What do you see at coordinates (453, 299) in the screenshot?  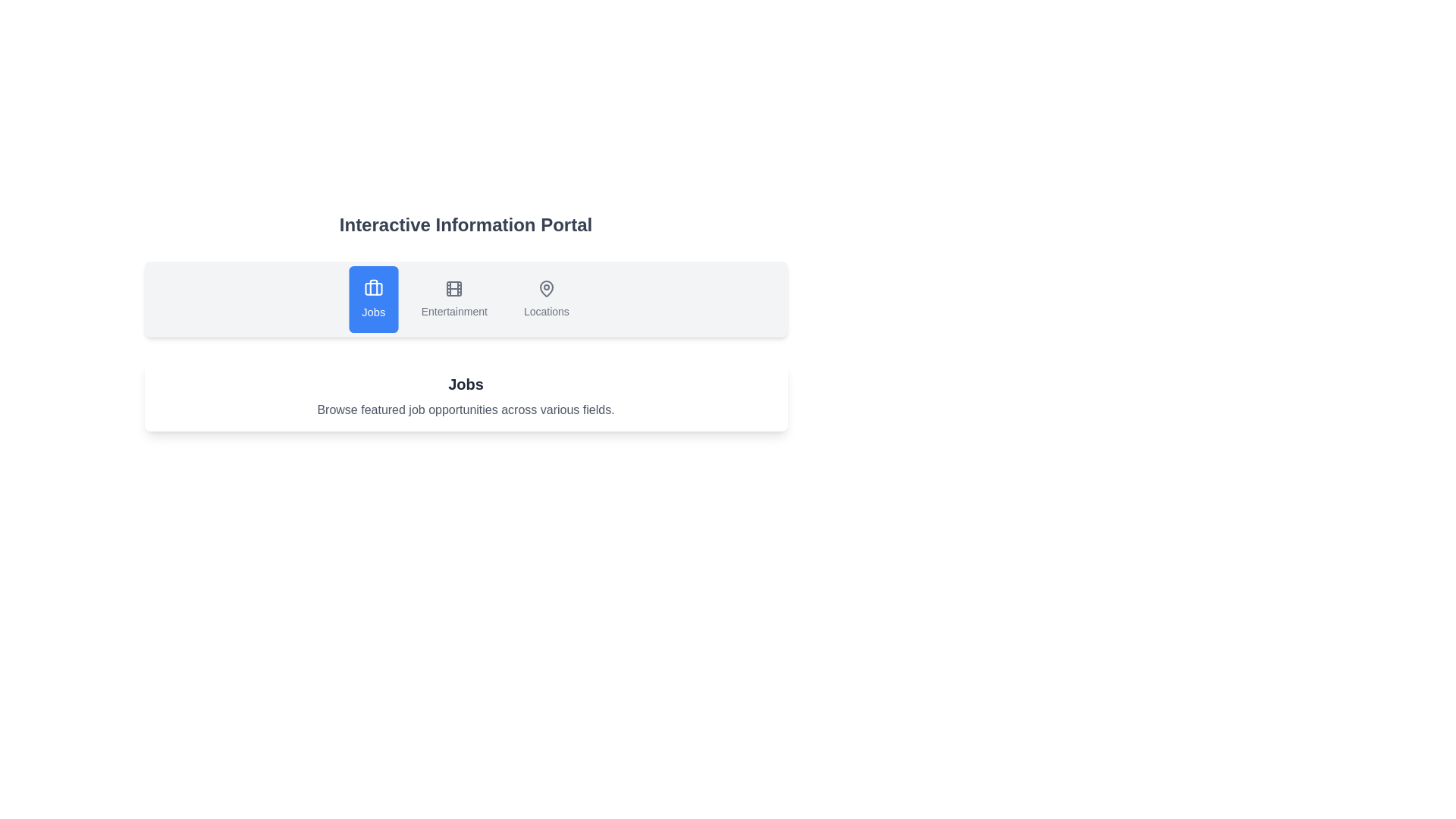 I see `the Entertainment tab by clicking its button` at bounding box center [453, 299].